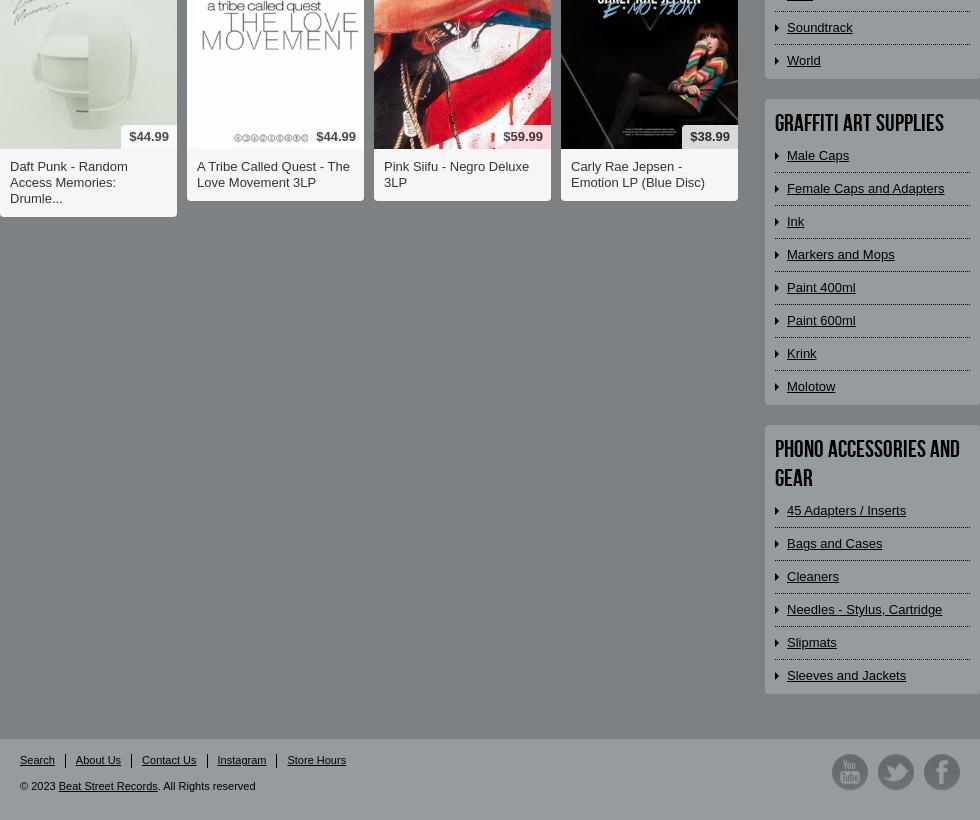 This screenshot has height=820, width=980. What do you see at coordinates (37, 758) in the screenshot?
I see `'Search'` at bounding box center [37, 758].